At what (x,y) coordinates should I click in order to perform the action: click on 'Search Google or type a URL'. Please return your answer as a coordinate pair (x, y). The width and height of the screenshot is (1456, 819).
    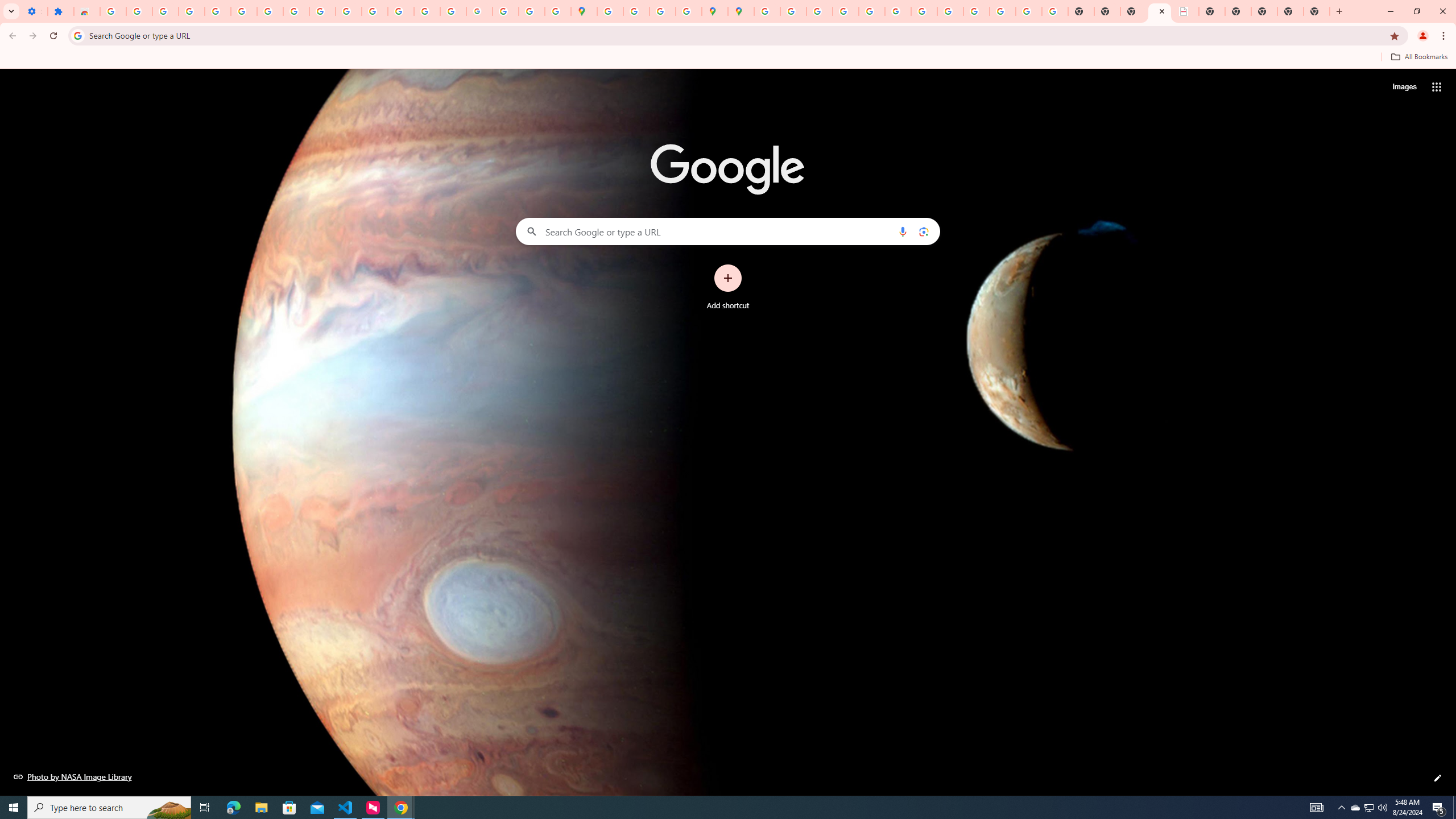
    Looking at the image, I should click on (728, 230).